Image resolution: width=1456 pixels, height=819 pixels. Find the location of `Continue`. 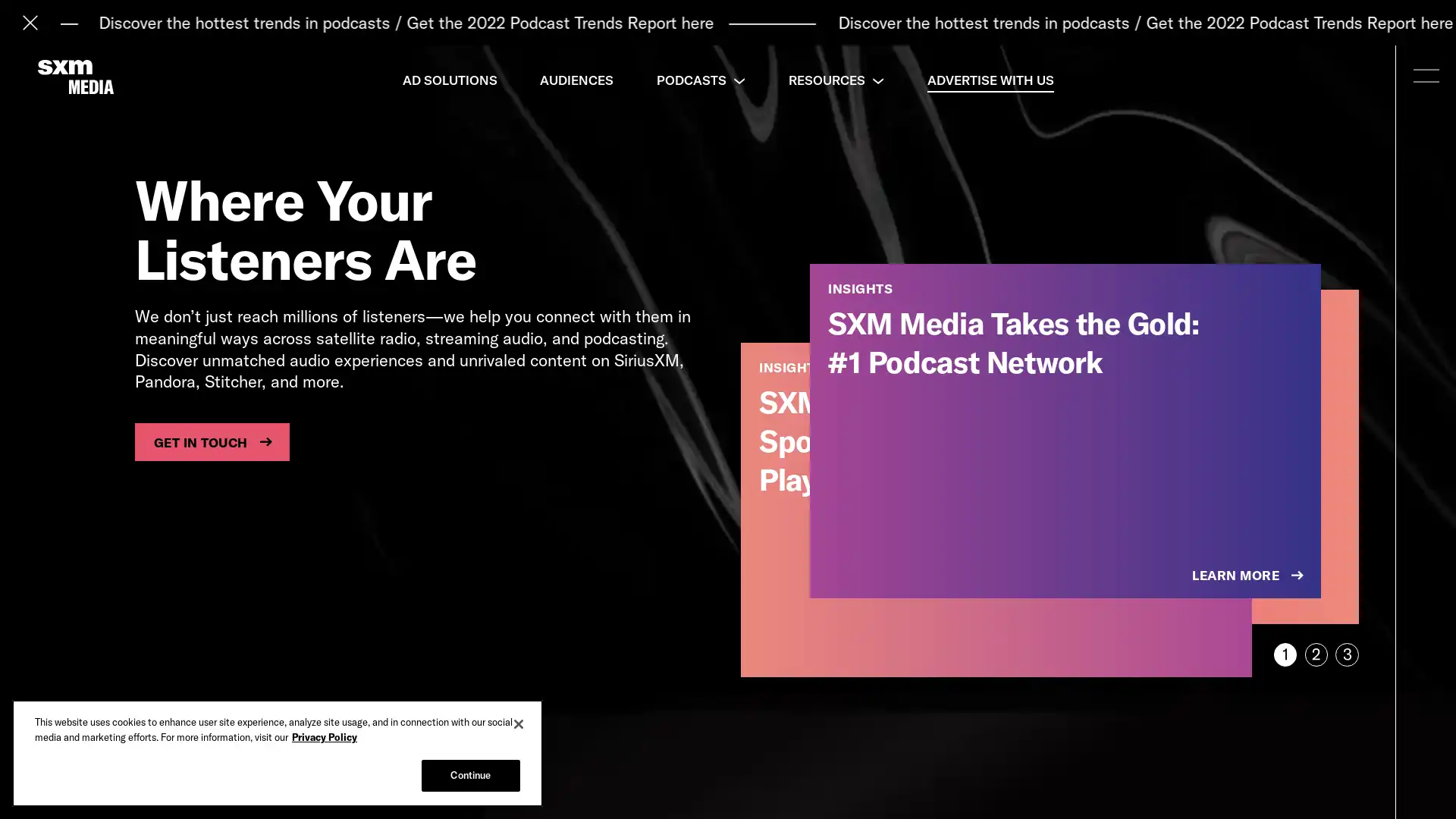

Continue is located at coordinates (469, 775).